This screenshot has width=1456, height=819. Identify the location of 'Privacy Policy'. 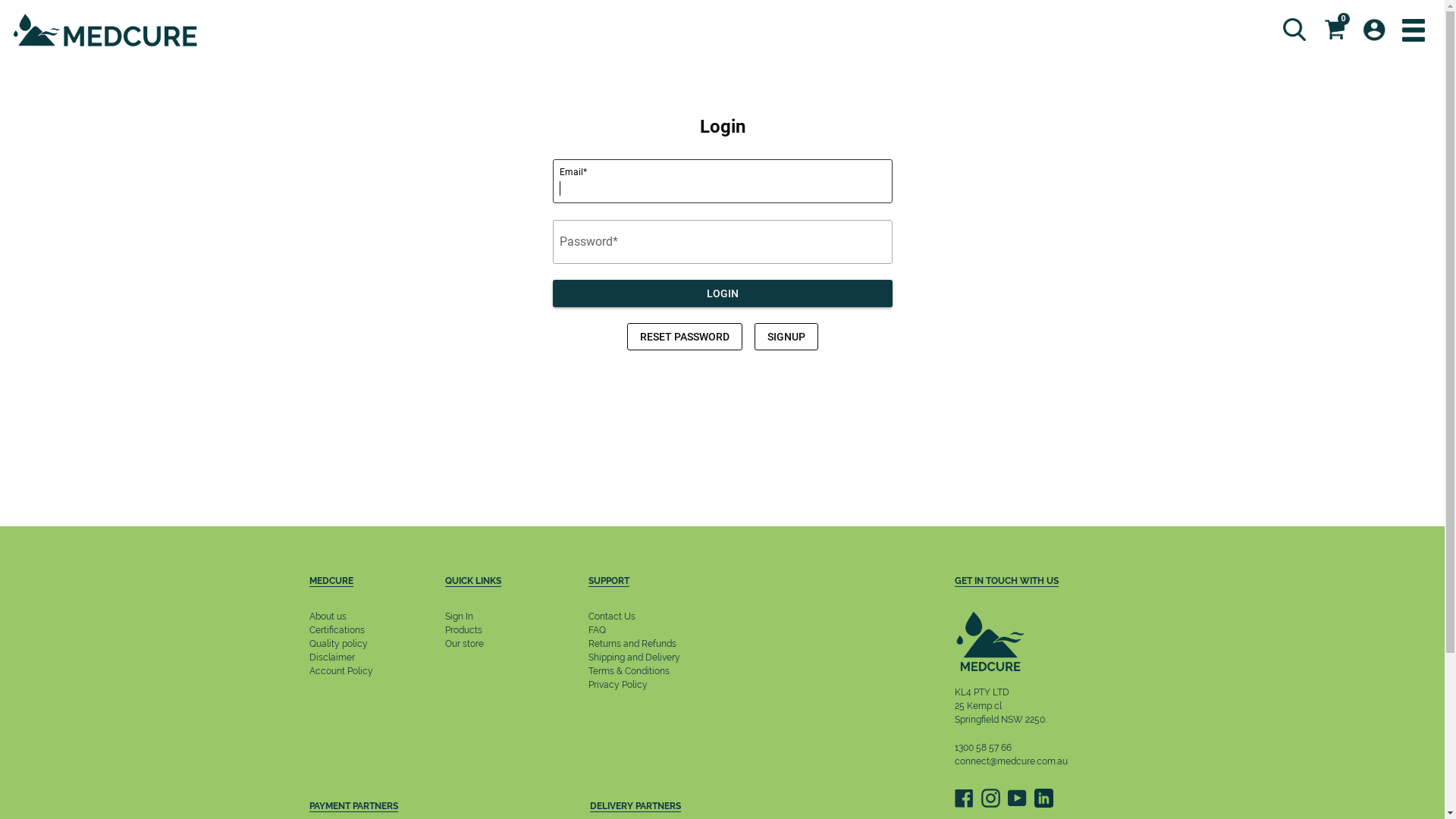
(618, 684).